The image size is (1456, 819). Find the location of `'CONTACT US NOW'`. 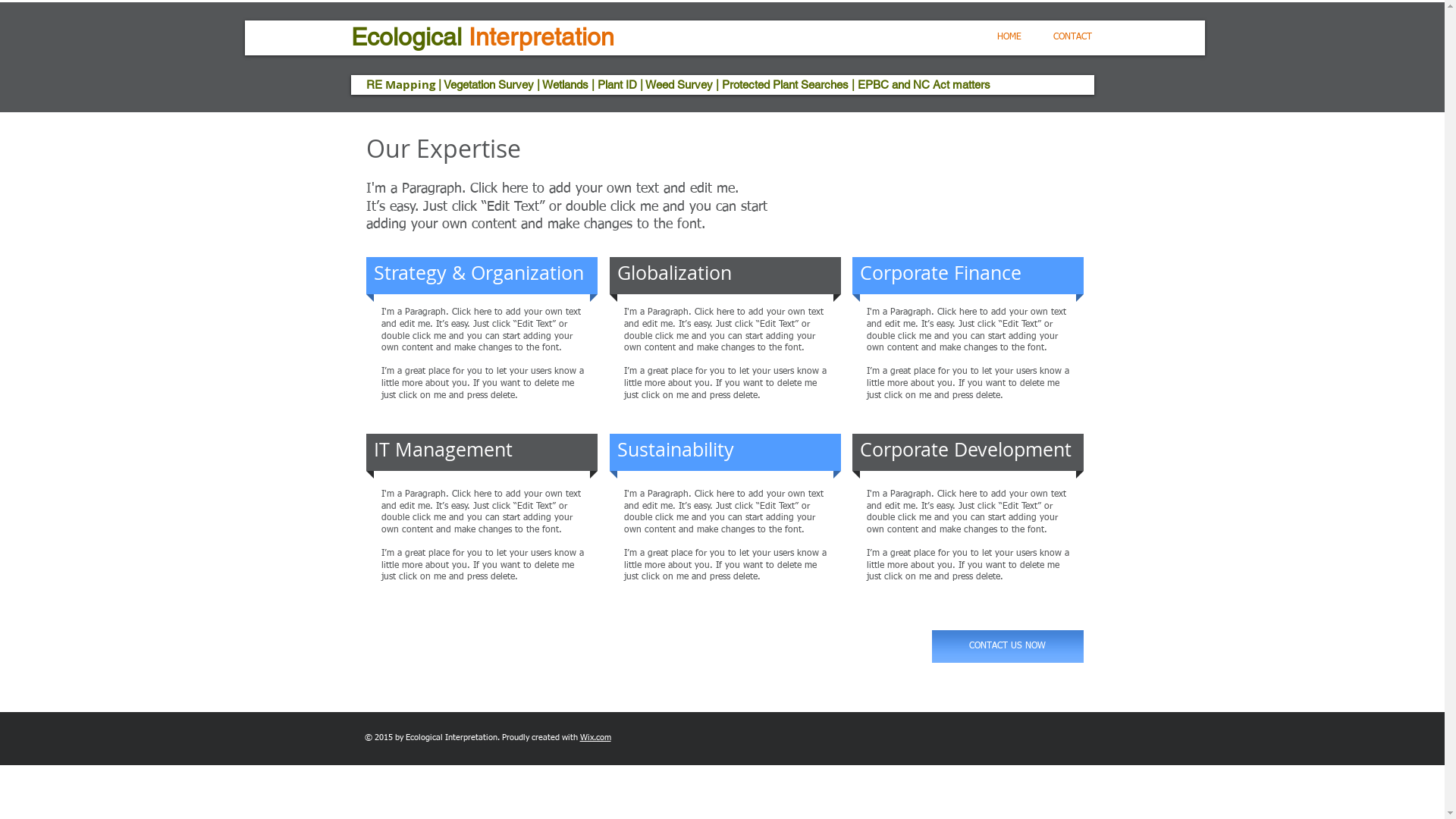

'CONTACT US NOW' is located at coordinates (1007, 646).